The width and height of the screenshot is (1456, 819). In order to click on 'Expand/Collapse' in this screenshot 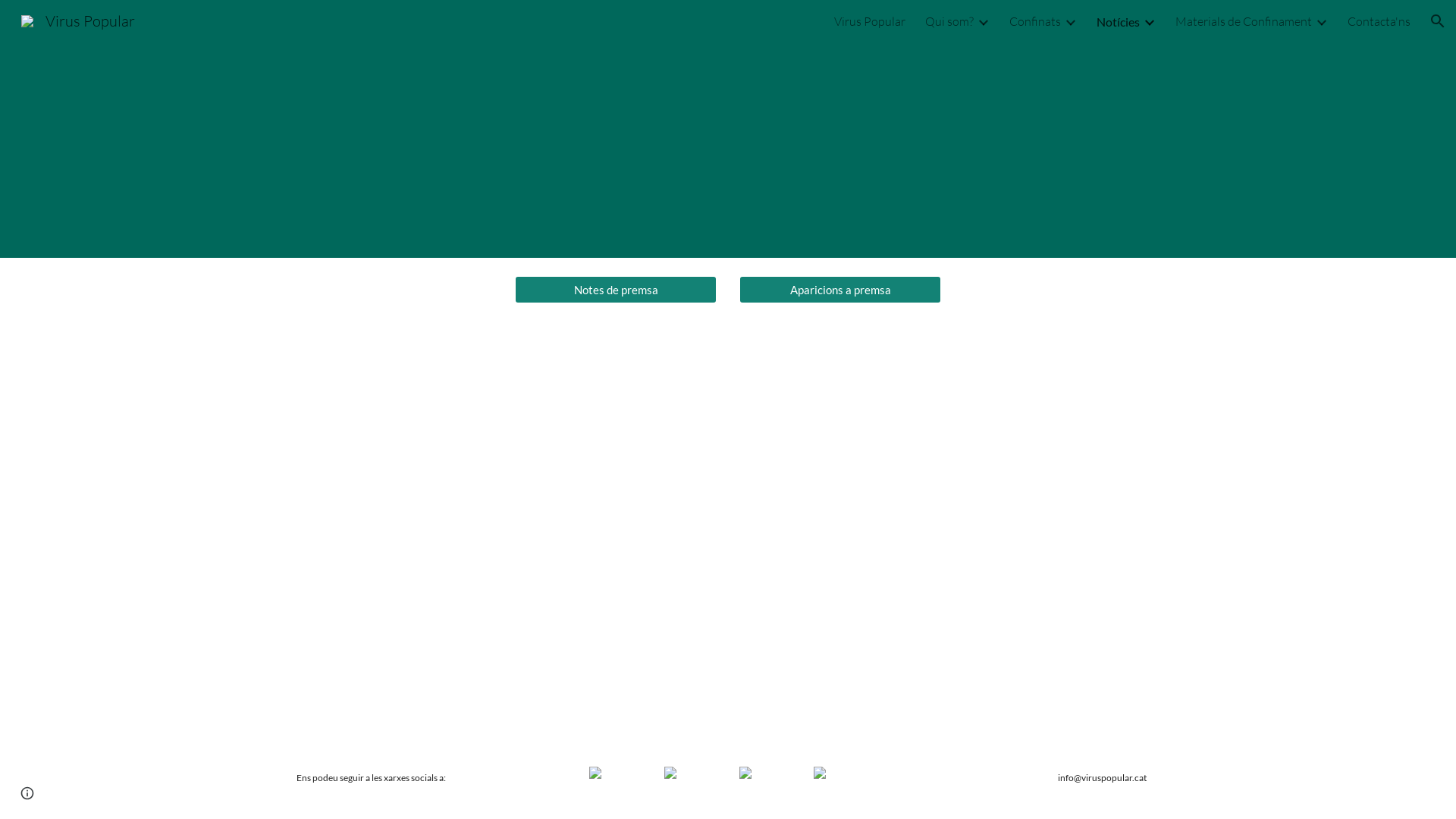, I will do `click(1313, 20)`.